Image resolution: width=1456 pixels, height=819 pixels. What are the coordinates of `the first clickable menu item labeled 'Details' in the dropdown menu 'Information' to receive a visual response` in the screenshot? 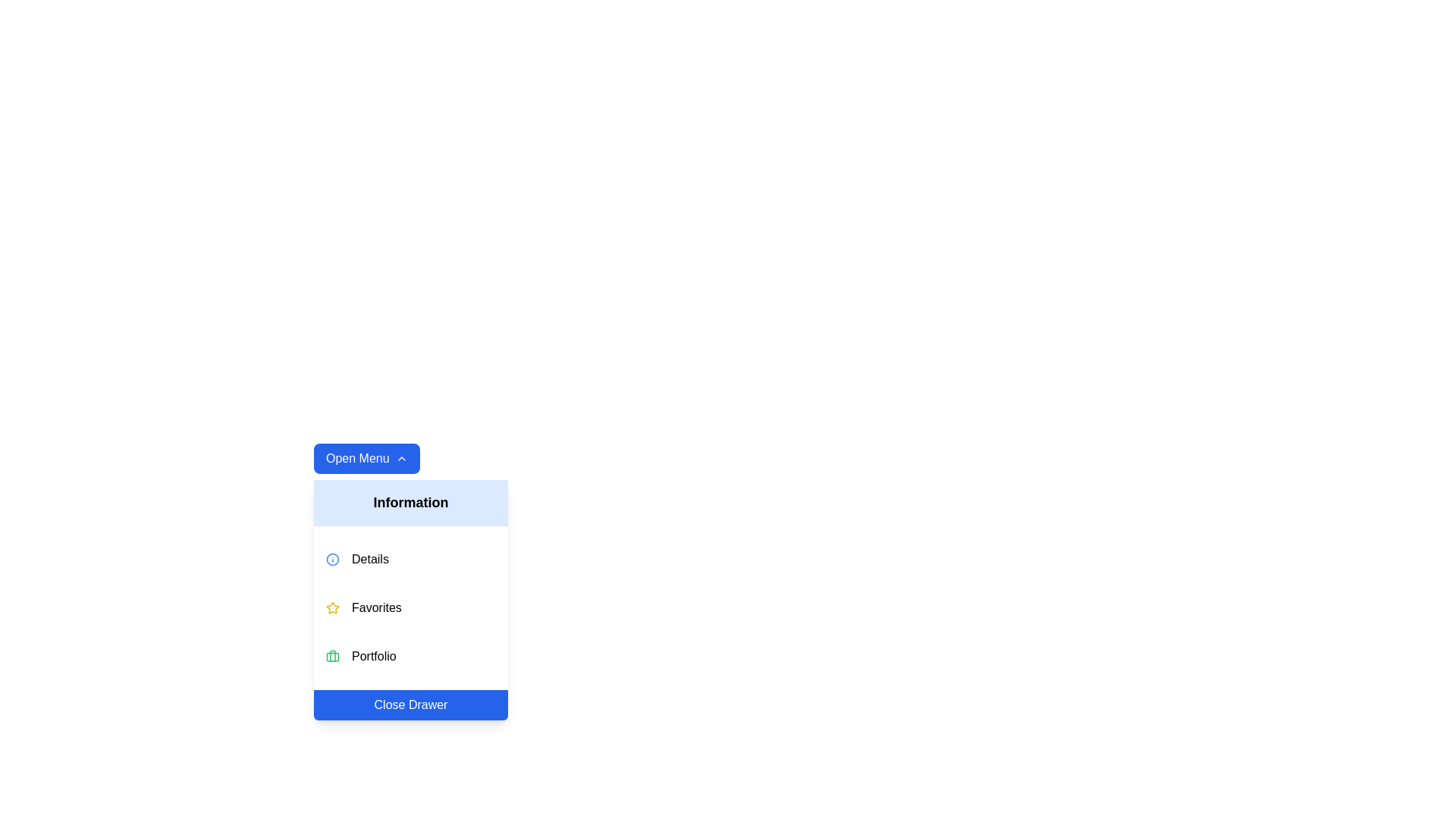 It's located at (411, 559).